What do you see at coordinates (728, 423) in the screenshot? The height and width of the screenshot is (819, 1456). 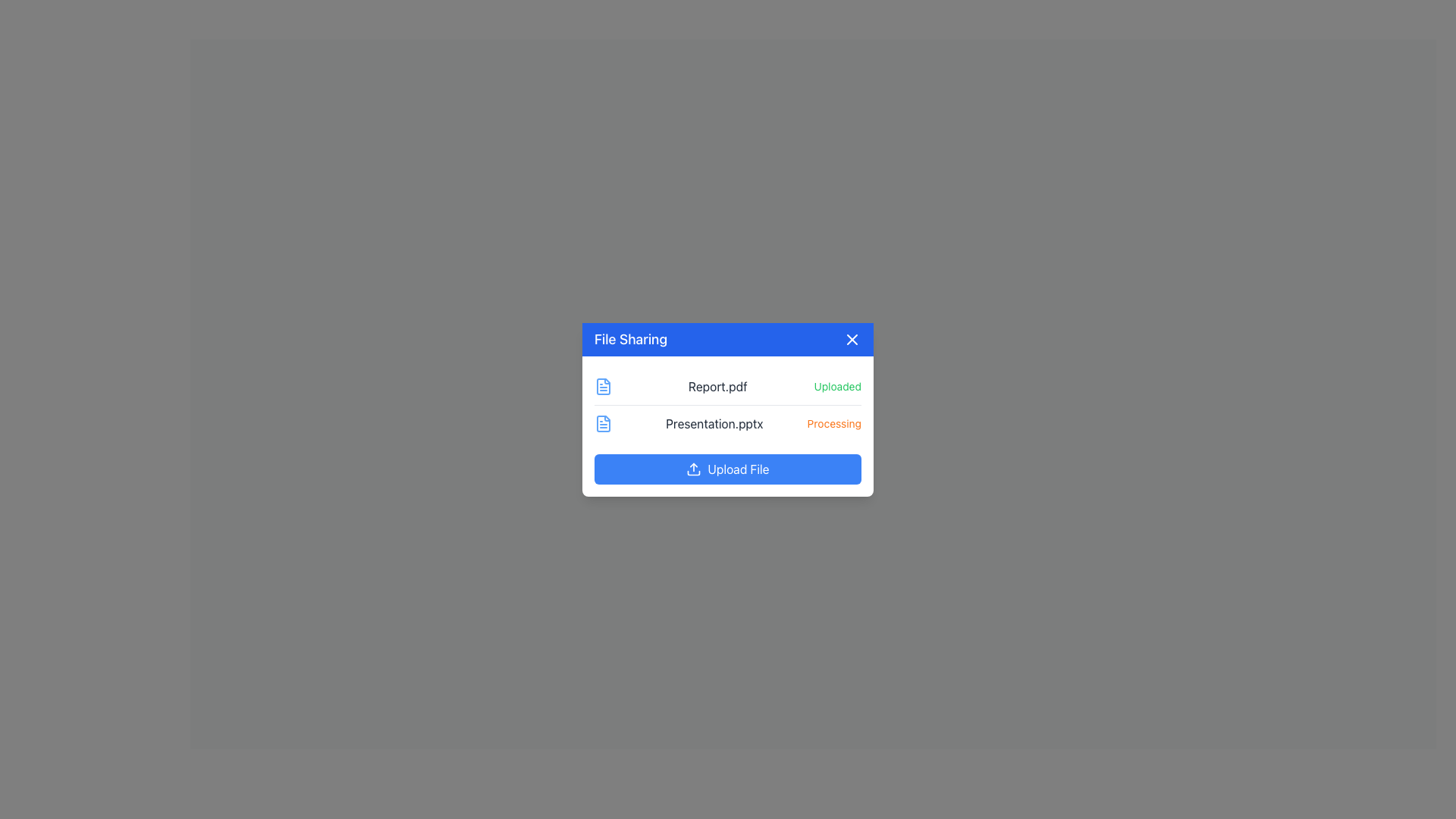 I see `the List Item element displaying 'Presentation.pptx' with a status of 'Processing'` at bounding box center [728, 423].